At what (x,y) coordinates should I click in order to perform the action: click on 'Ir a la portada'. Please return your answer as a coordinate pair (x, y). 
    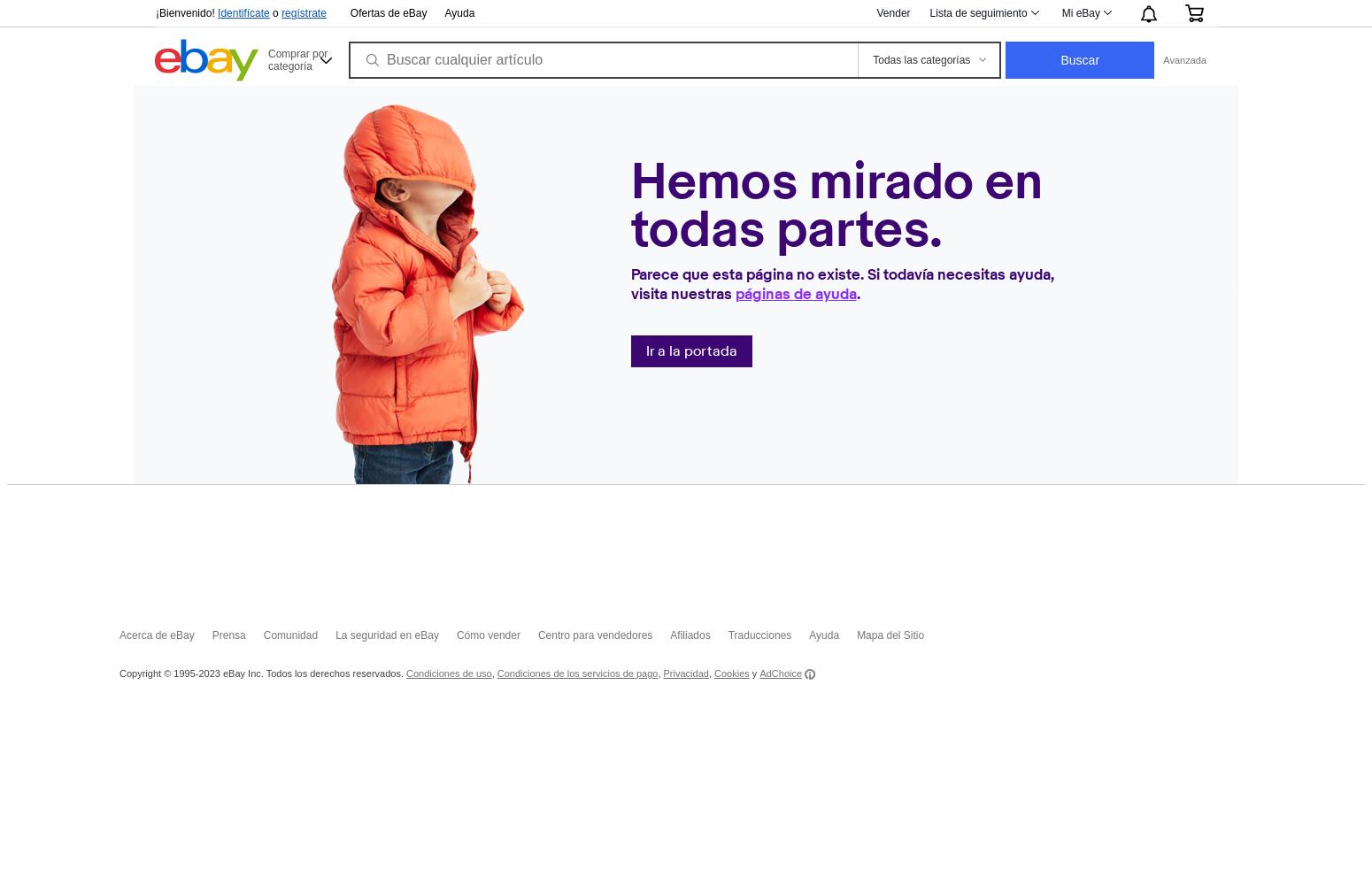
    Looking at the image, I should click on (690, 351).